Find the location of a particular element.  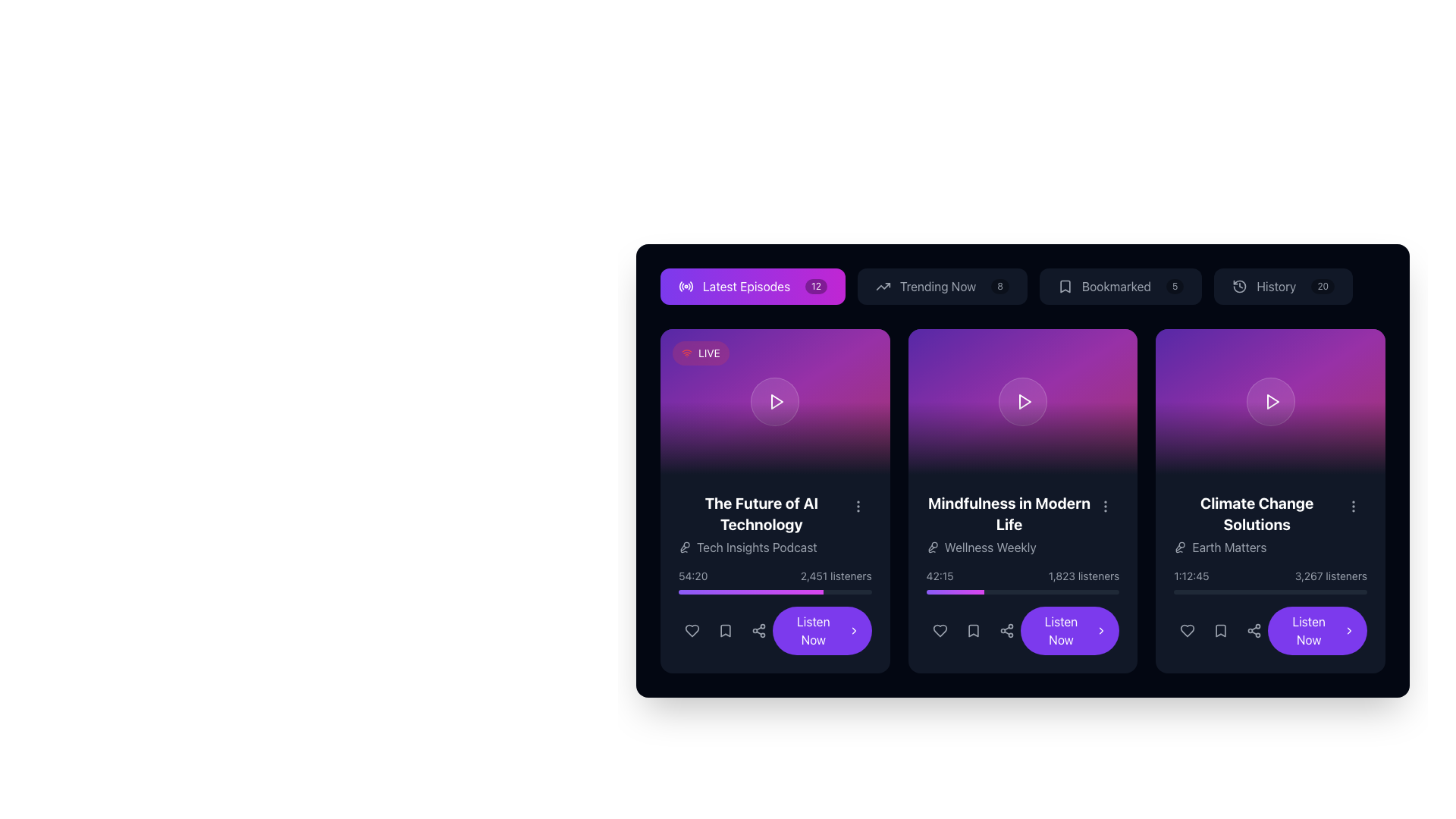

the bookmark icon button, which is a small, outlined emblem resembling an upside-down triangle within a circular button, located in the bottom section of the second card is located at coordinates (973, 631).